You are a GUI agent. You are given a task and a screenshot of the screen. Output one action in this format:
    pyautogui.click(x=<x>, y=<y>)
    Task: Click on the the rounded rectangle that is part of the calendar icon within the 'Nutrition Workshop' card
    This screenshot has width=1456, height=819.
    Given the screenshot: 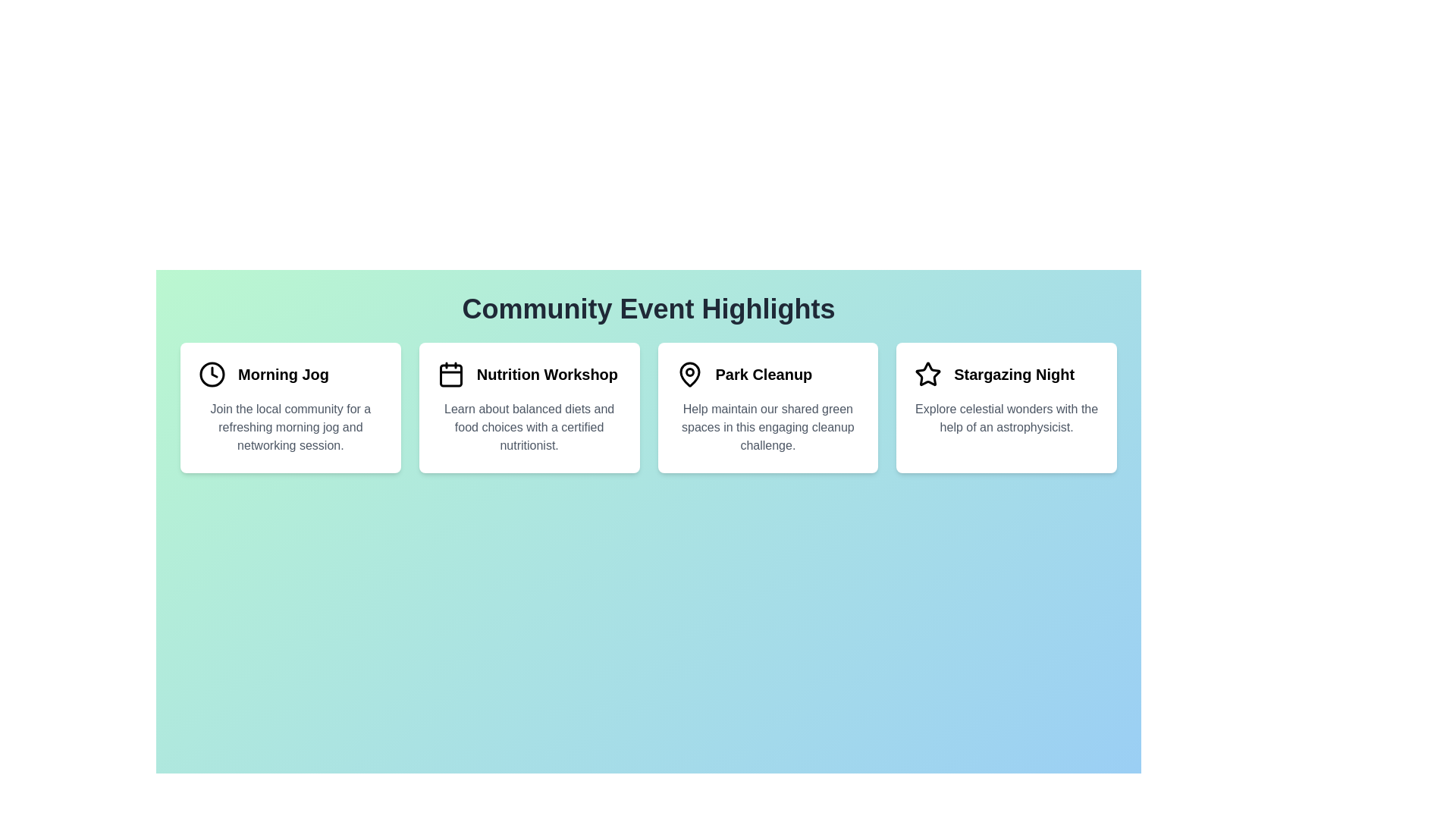 What is the action you would take?
    pyautogui.click(x=450, y=375)
    